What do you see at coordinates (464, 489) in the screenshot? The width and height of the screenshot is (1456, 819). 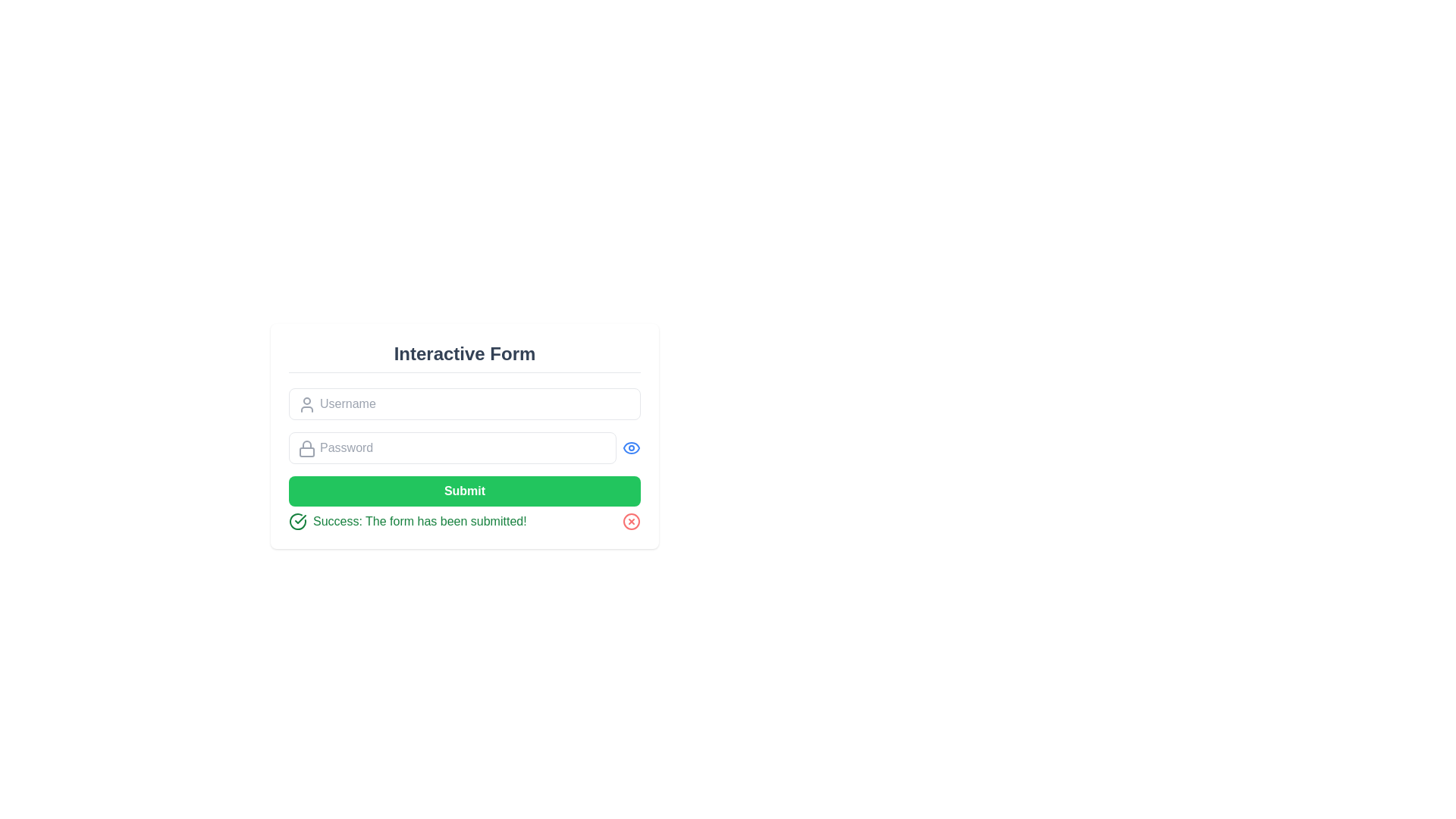 I see `the submit button located below the password input field` at bounding box center [464, 489].